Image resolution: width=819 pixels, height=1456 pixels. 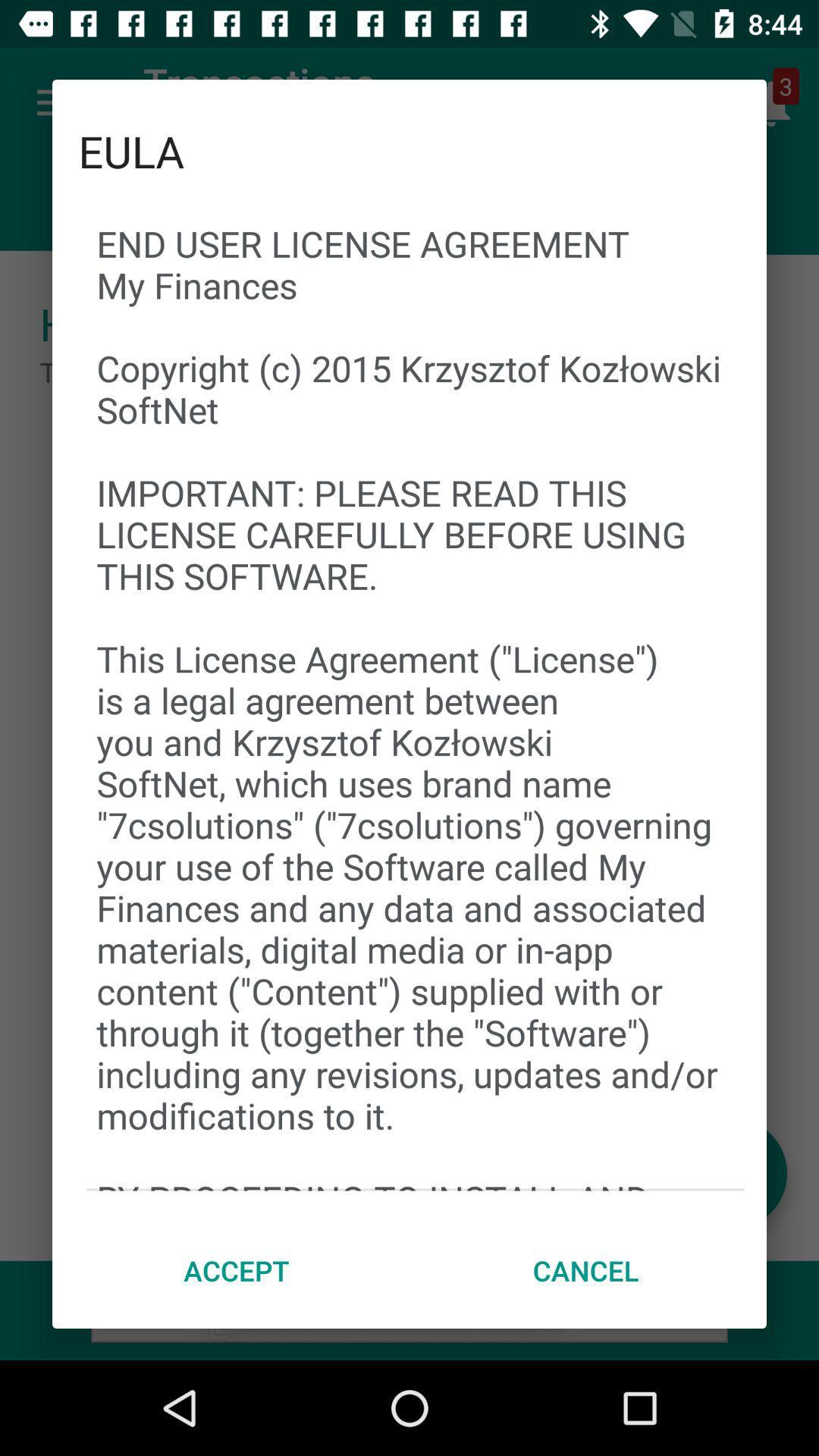 I want to click on the accept at the bottom left corner, so click(x=237, y=1270).